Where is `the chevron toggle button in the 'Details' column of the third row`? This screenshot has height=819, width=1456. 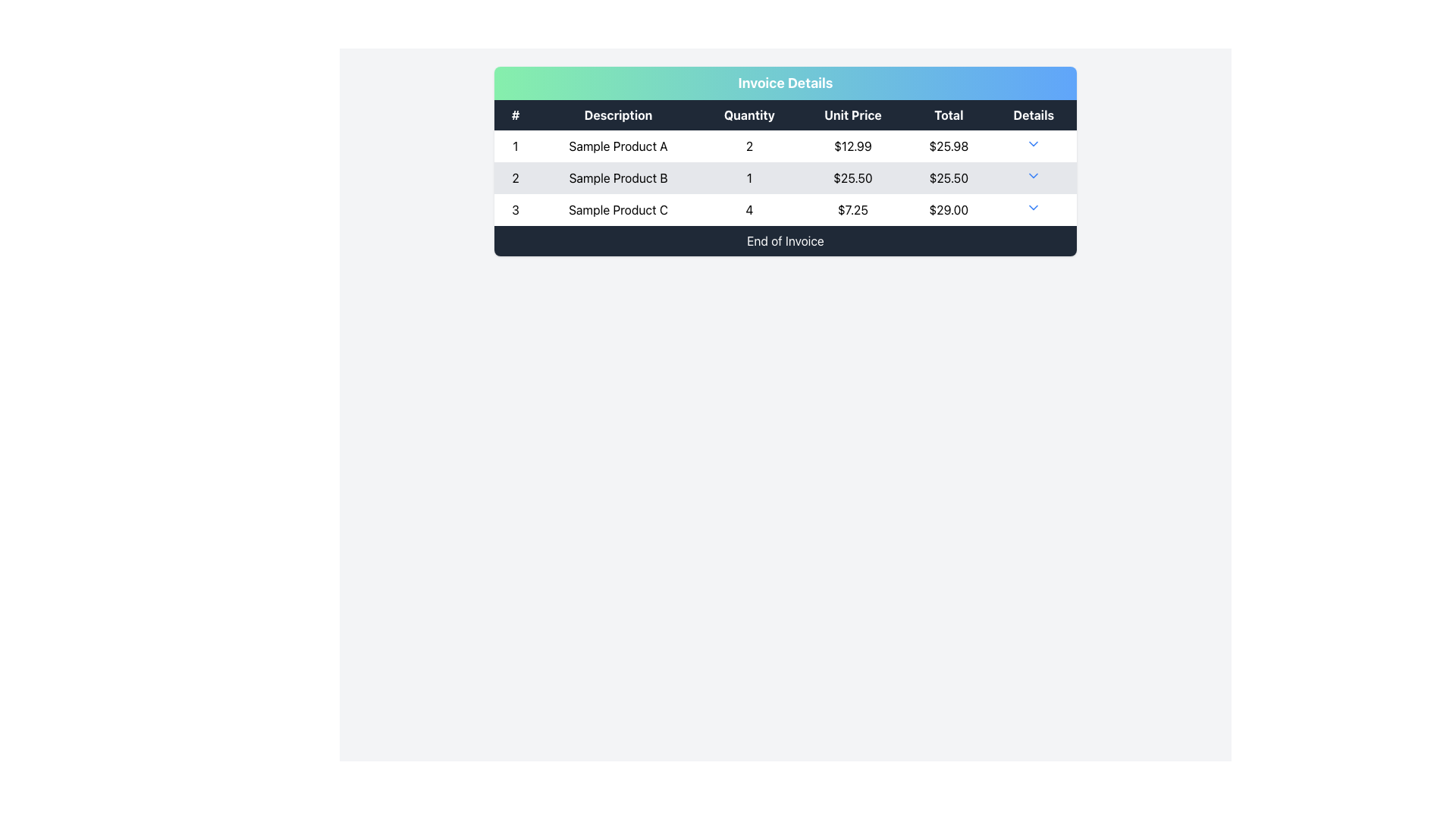
the chevron toggle button in the 'Details' column of the third row is located at coordinates (1033, 210).